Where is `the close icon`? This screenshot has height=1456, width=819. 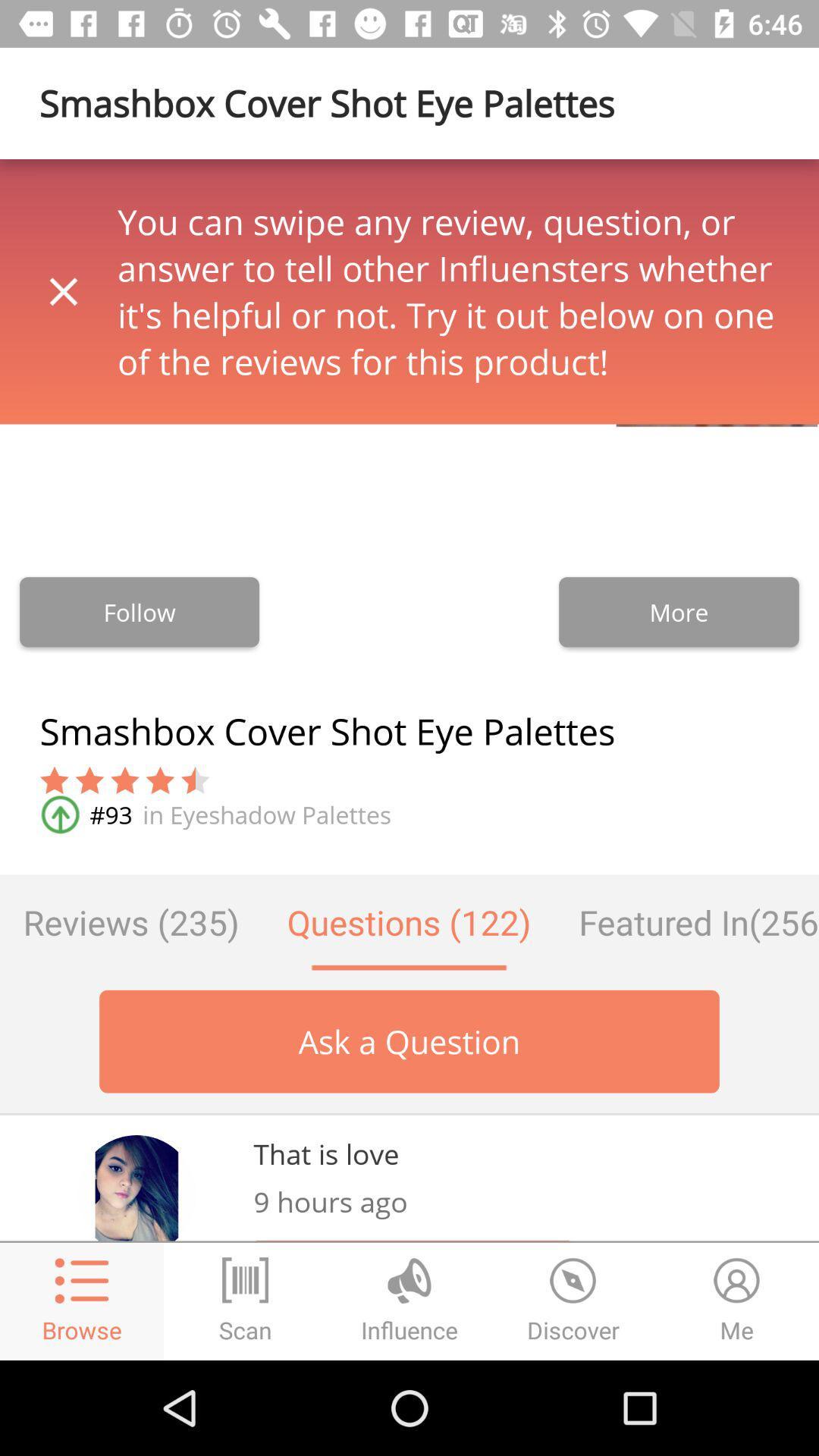 the close icon is located at coordinates (63, 291).